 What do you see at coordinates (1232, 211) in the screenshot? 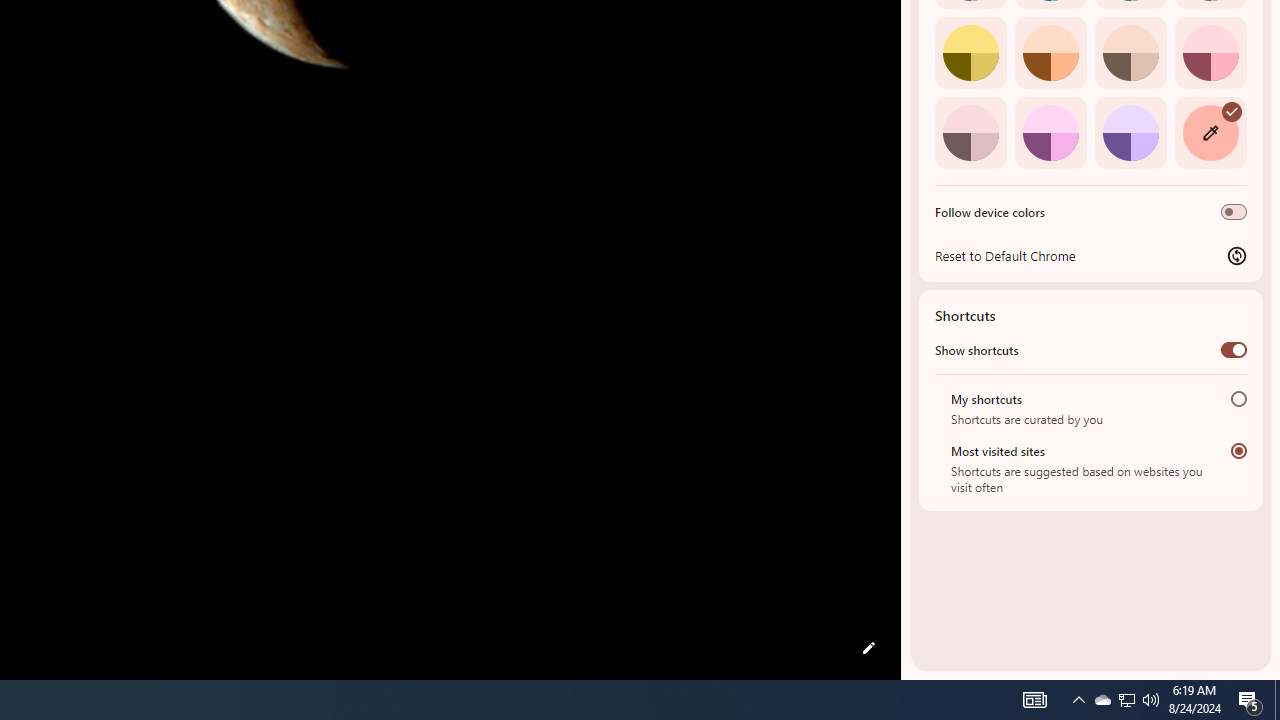
I see `'Follow device colors'` at bounding box center [1232, 211].